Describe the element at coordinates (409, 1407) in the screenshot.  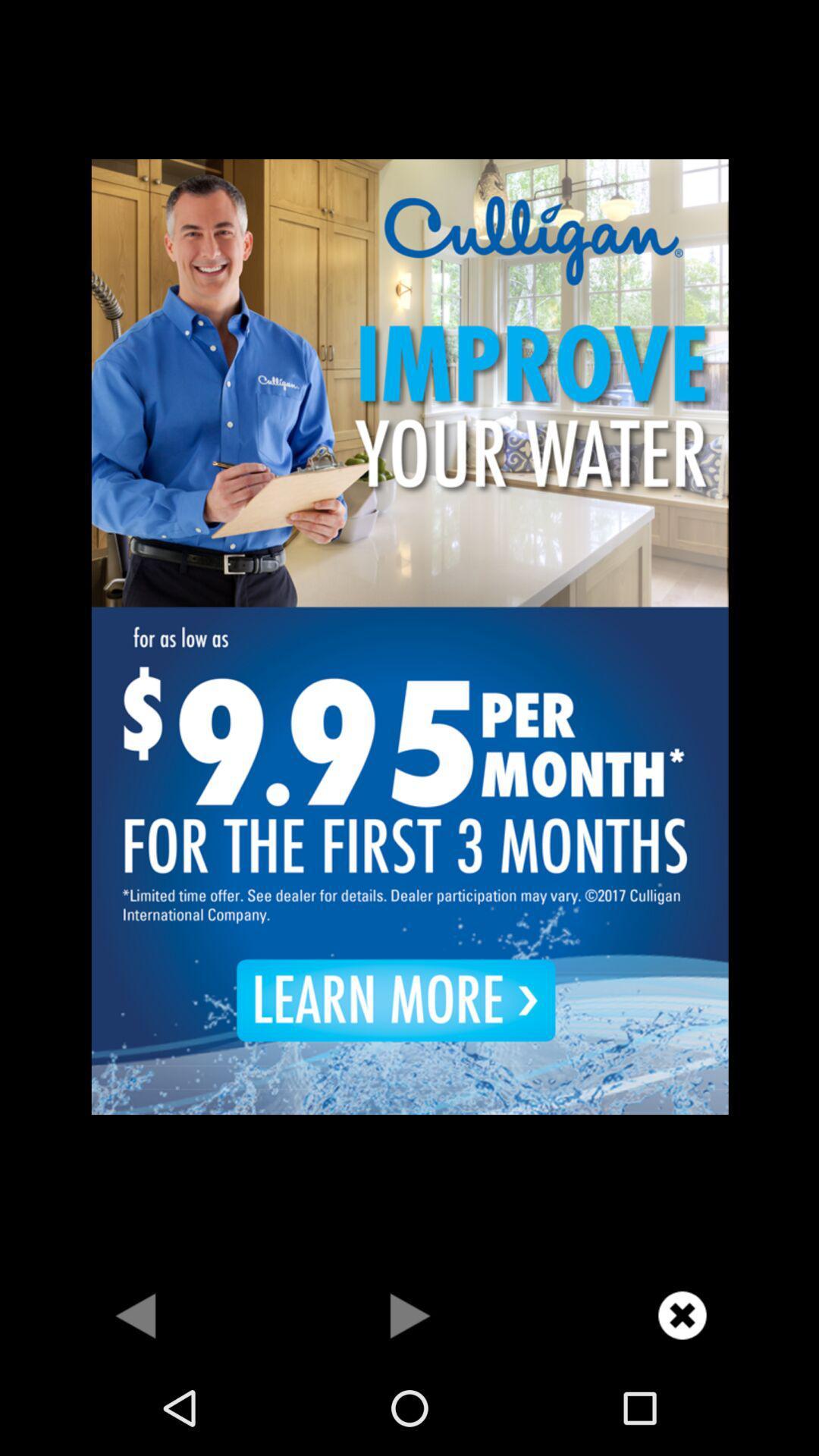
I see `the play icon` at that location.